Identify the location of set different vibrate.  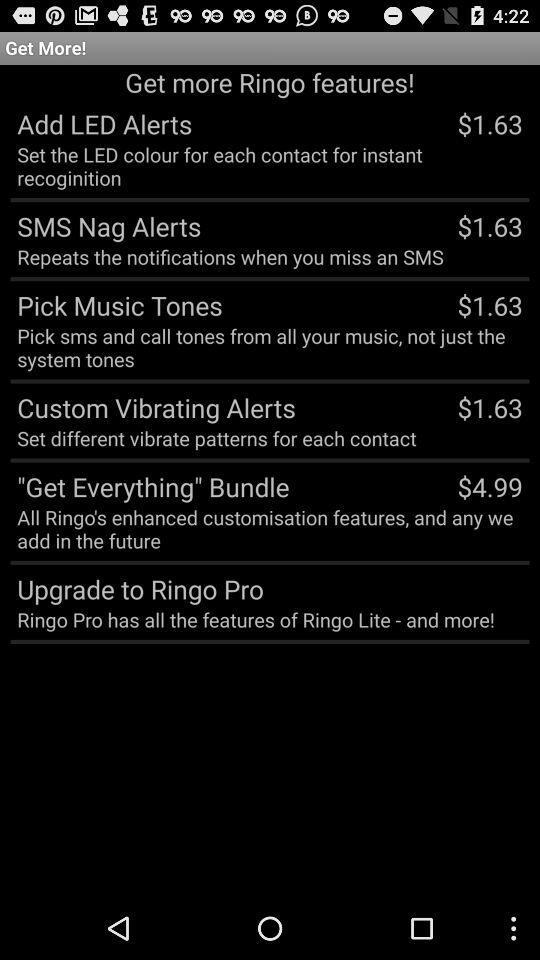
(215, 438).